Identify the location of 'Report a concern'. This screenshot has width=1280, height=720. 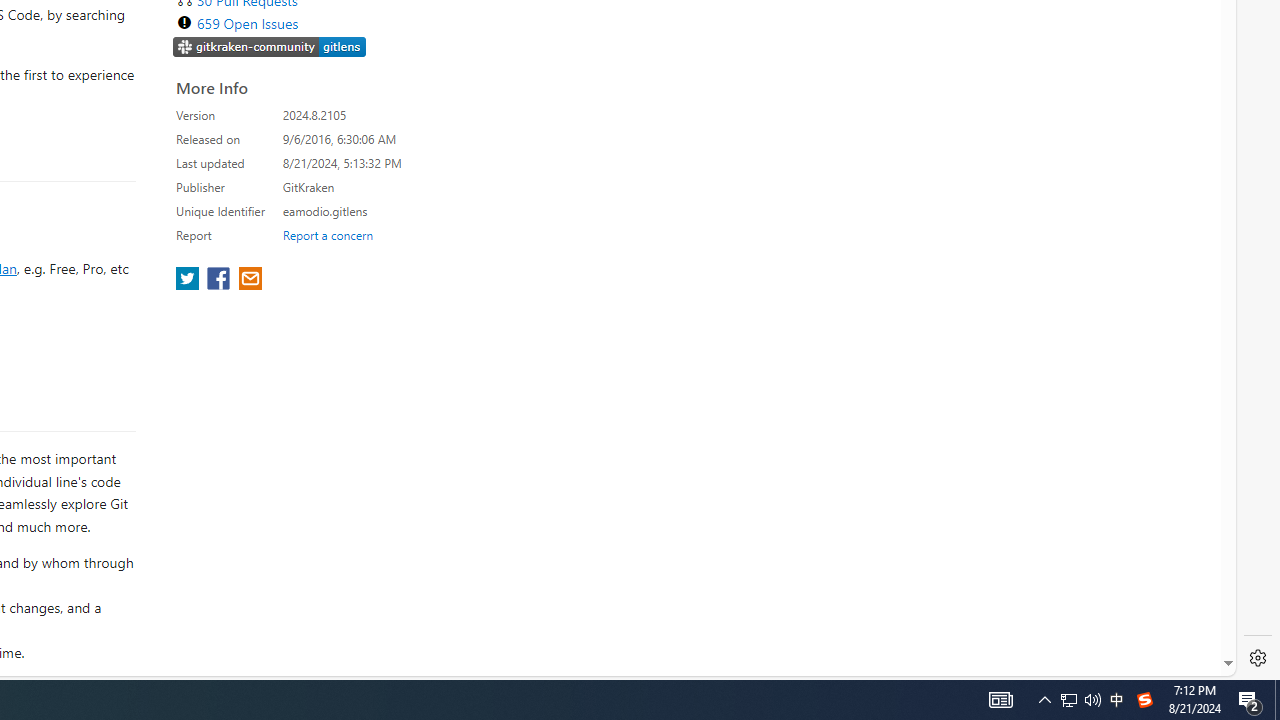
(327, 234).